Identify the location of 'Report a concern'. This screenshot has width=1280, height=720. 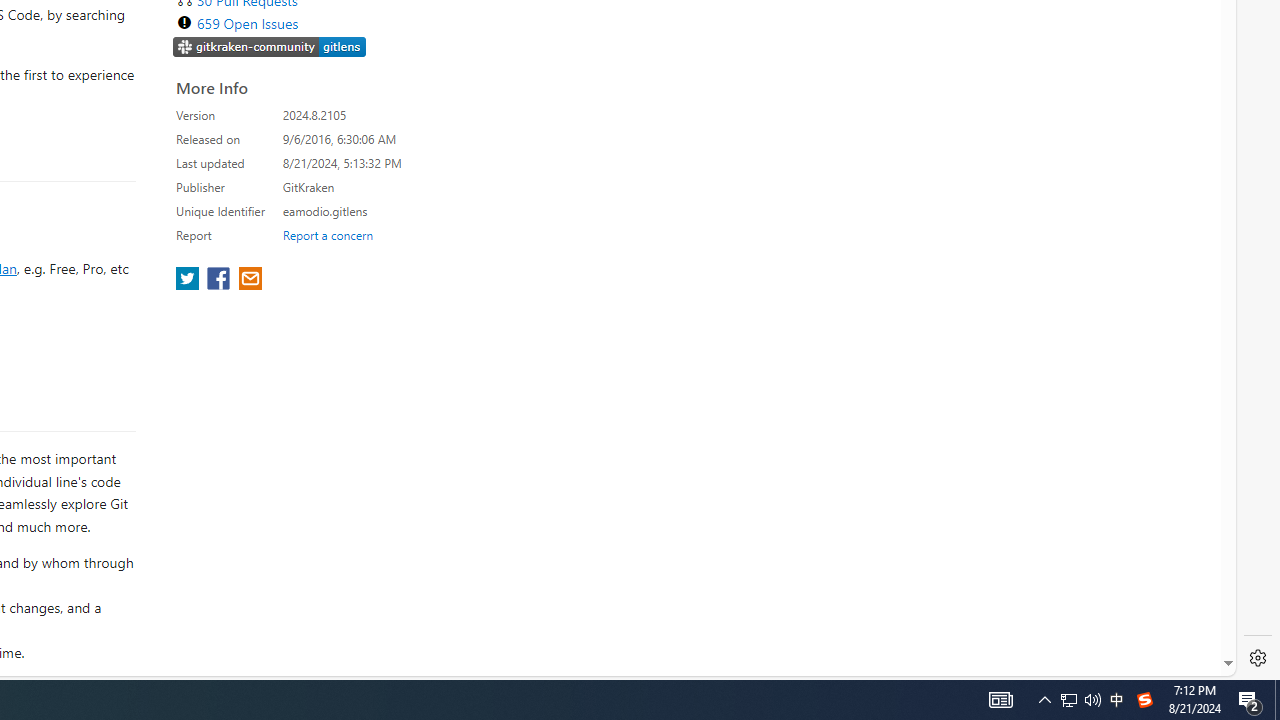
(327, 234).